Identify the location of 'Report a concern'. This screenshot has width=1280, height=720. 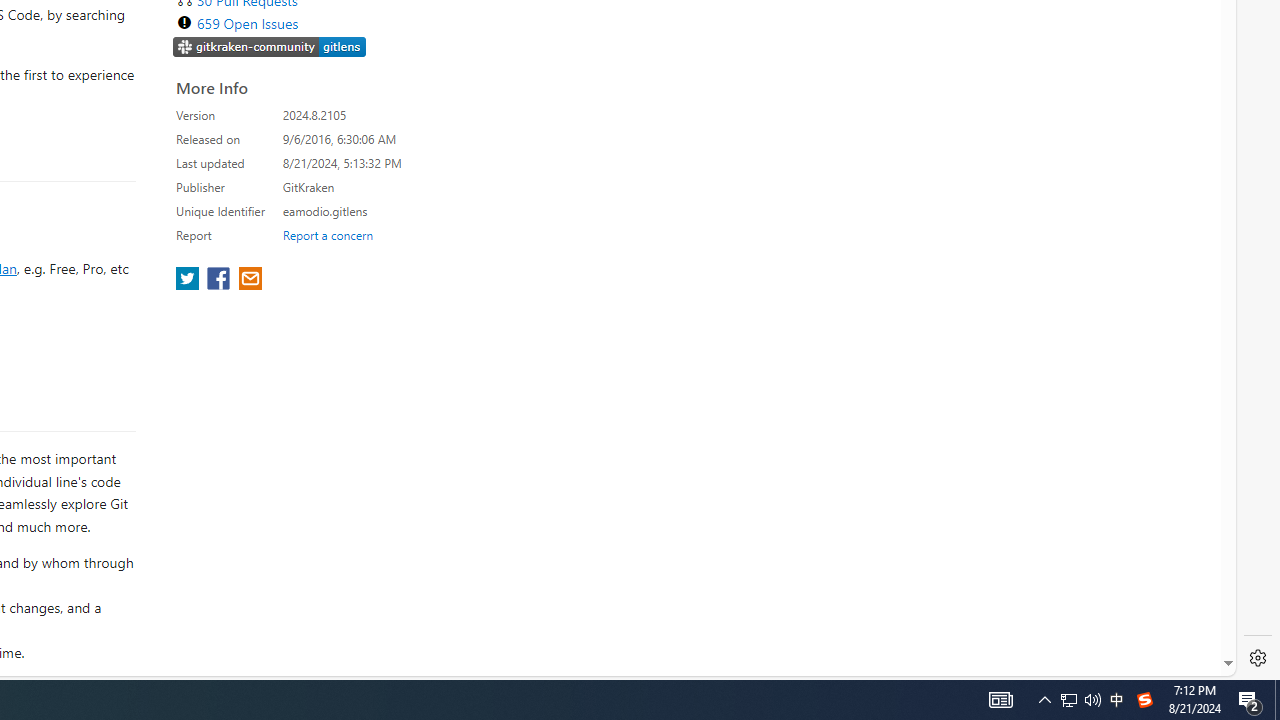
(327, 234).